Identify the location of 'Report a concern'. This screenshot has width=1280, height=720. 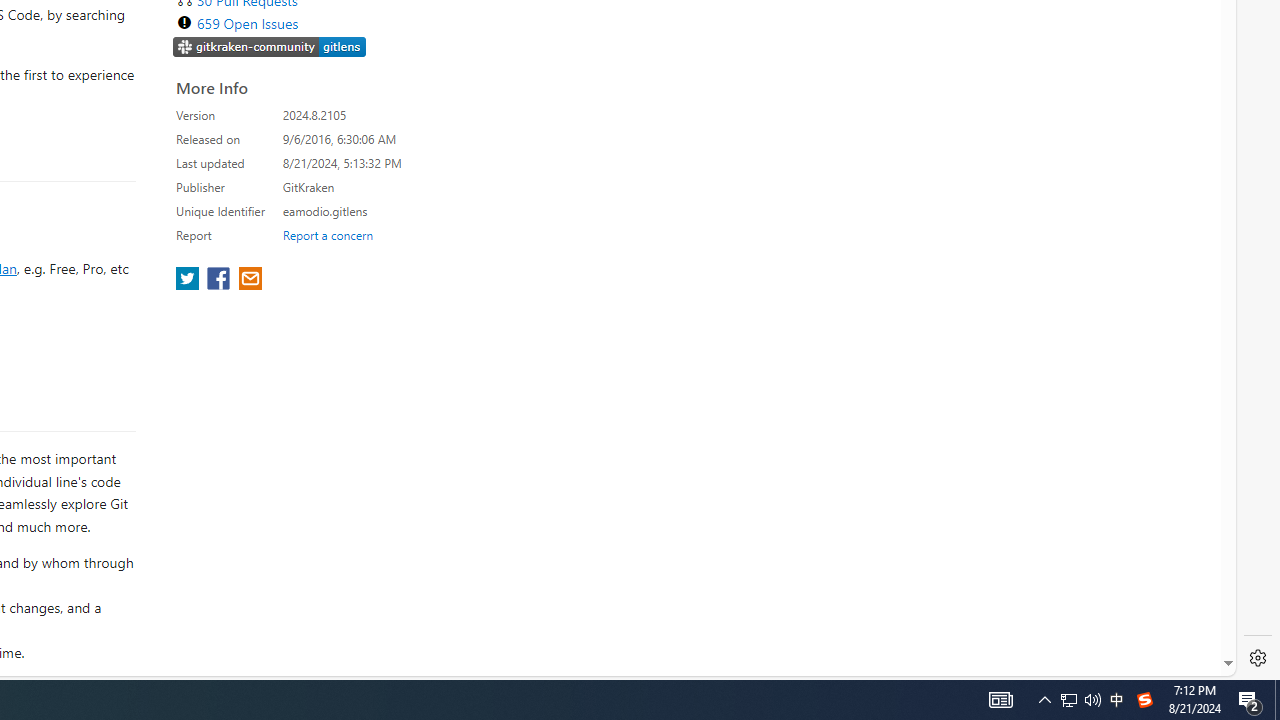
(327, 234).